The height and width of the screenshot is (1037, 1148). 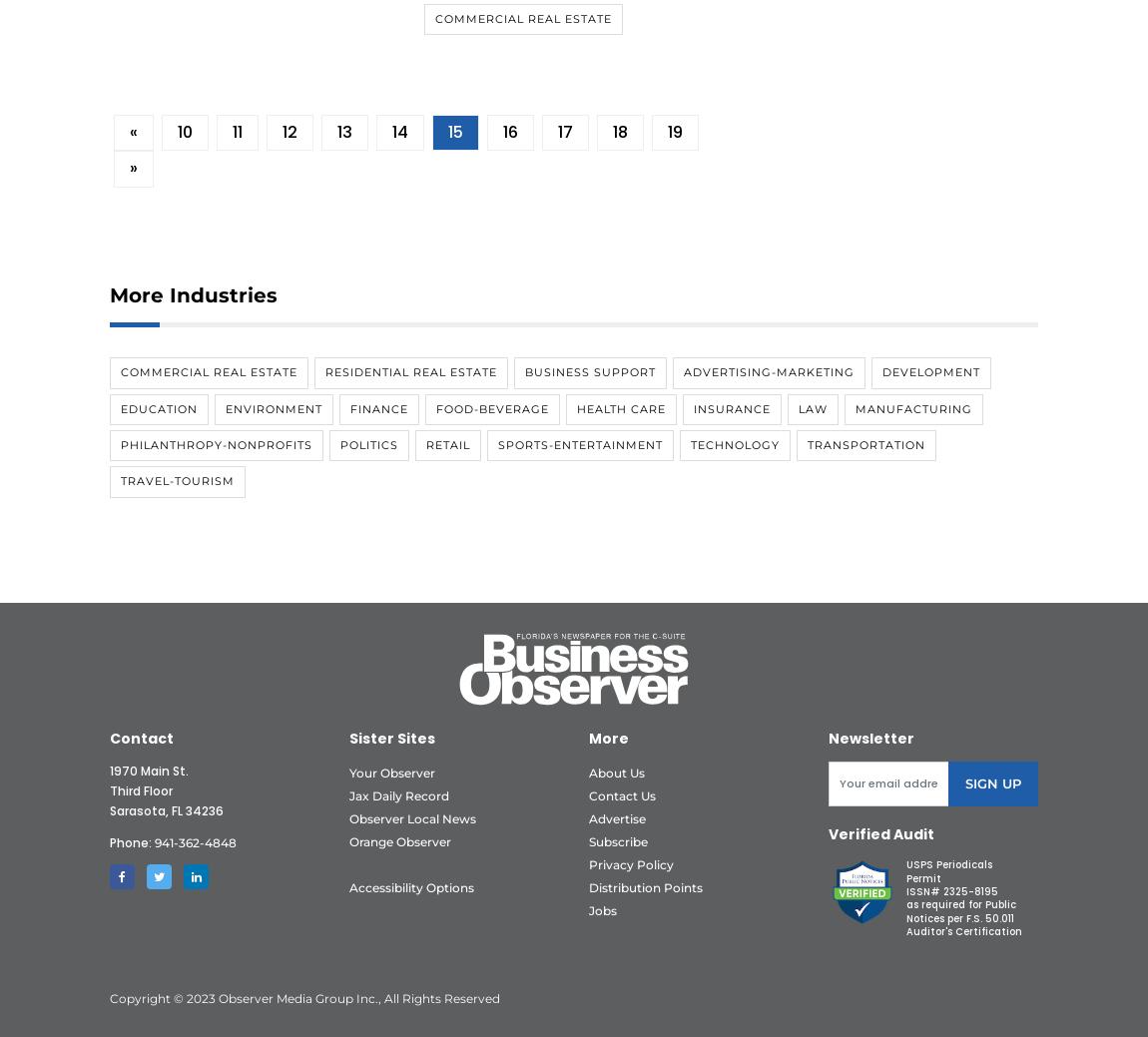 What do you see at coordinates (391, 772) in the screenshot?
I see `'Your Observer'` at bounding box center [391, 772].